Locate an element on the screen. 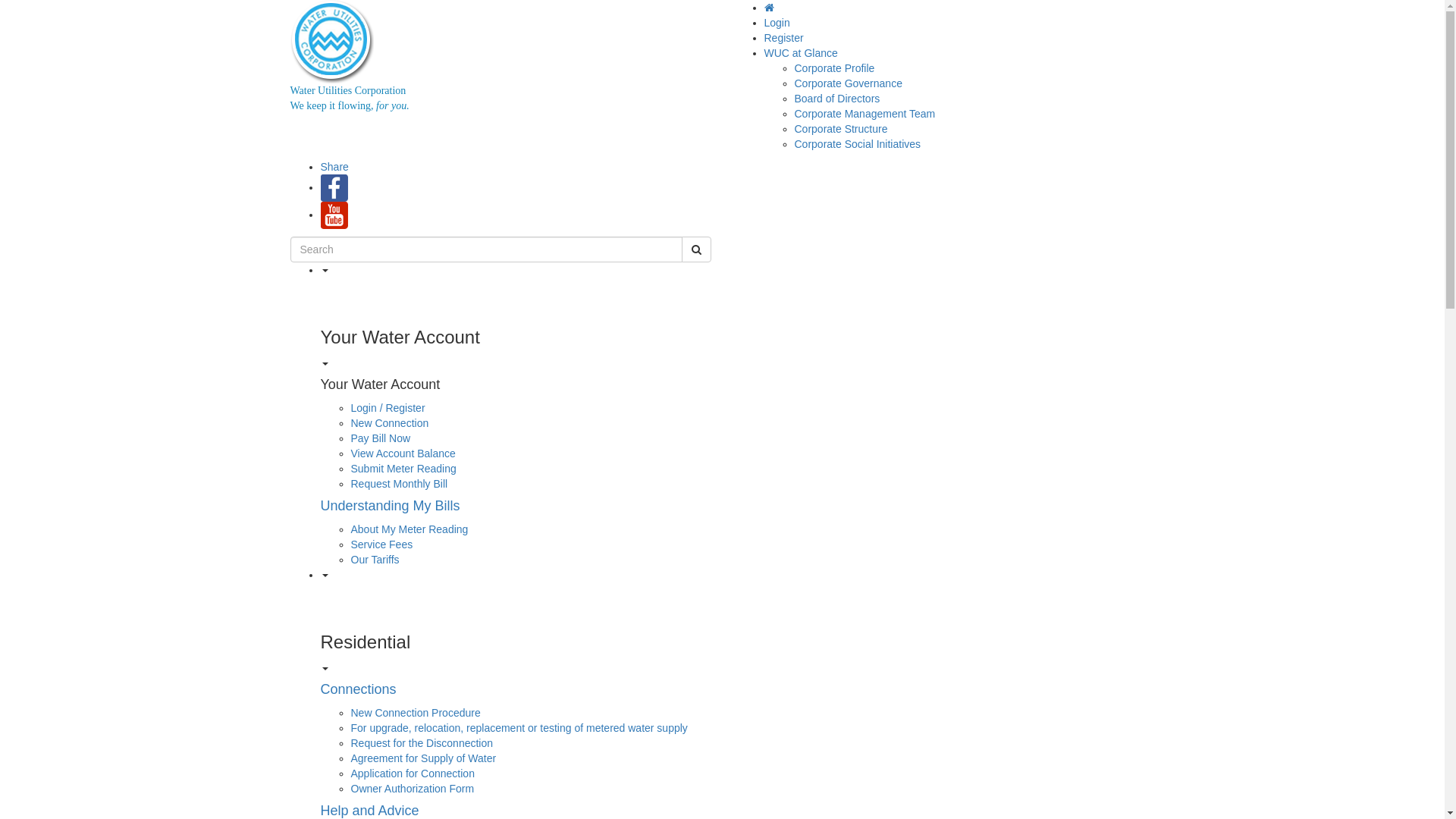 Image resolution: width=1456 pixels, height=819 pixels. 'Pay Bill Now' is located at coordinates (349, 438).